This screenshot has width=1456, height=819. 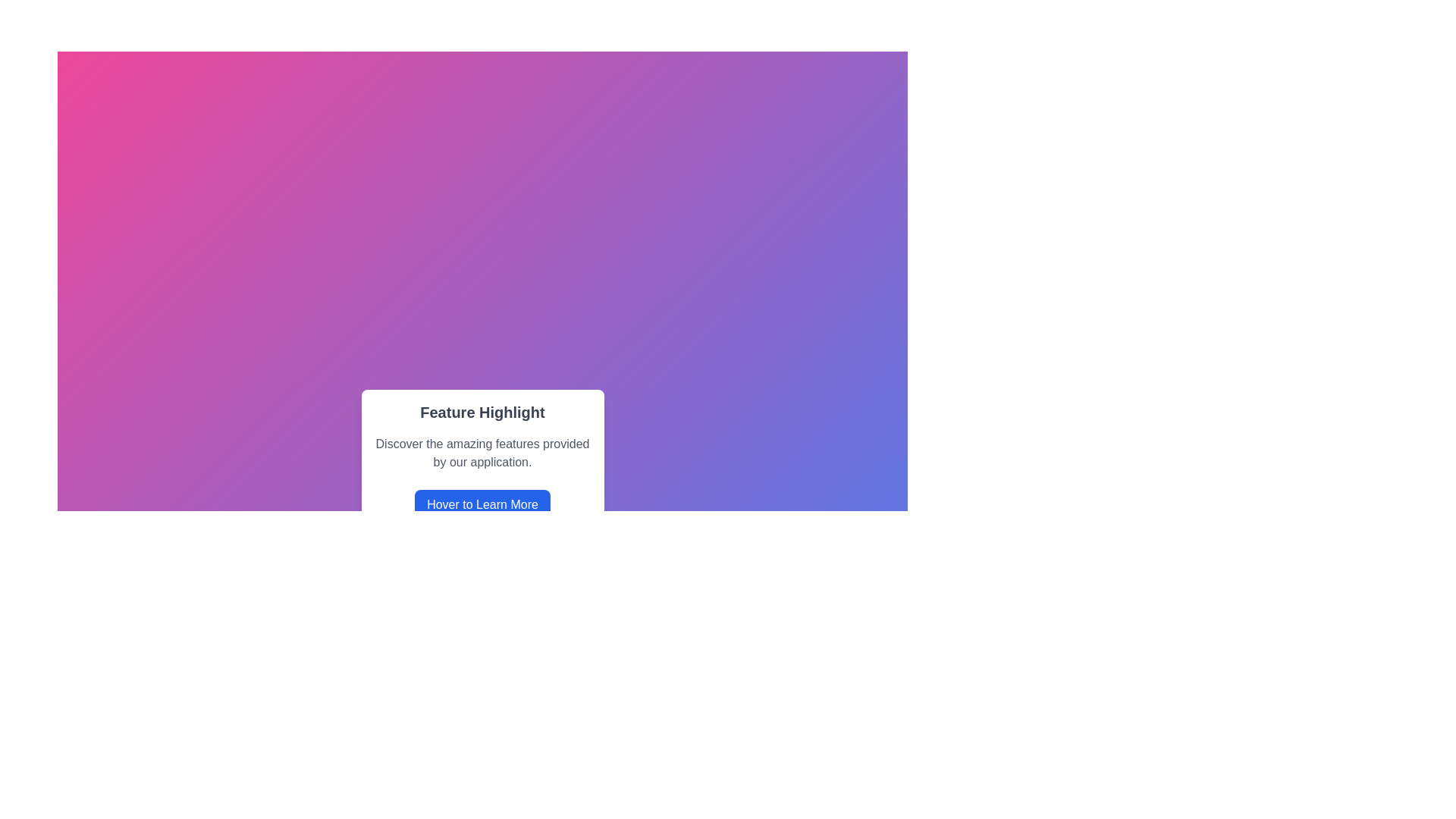 I want to click on the button labeled 'Hover, so click(x=482, y=505).